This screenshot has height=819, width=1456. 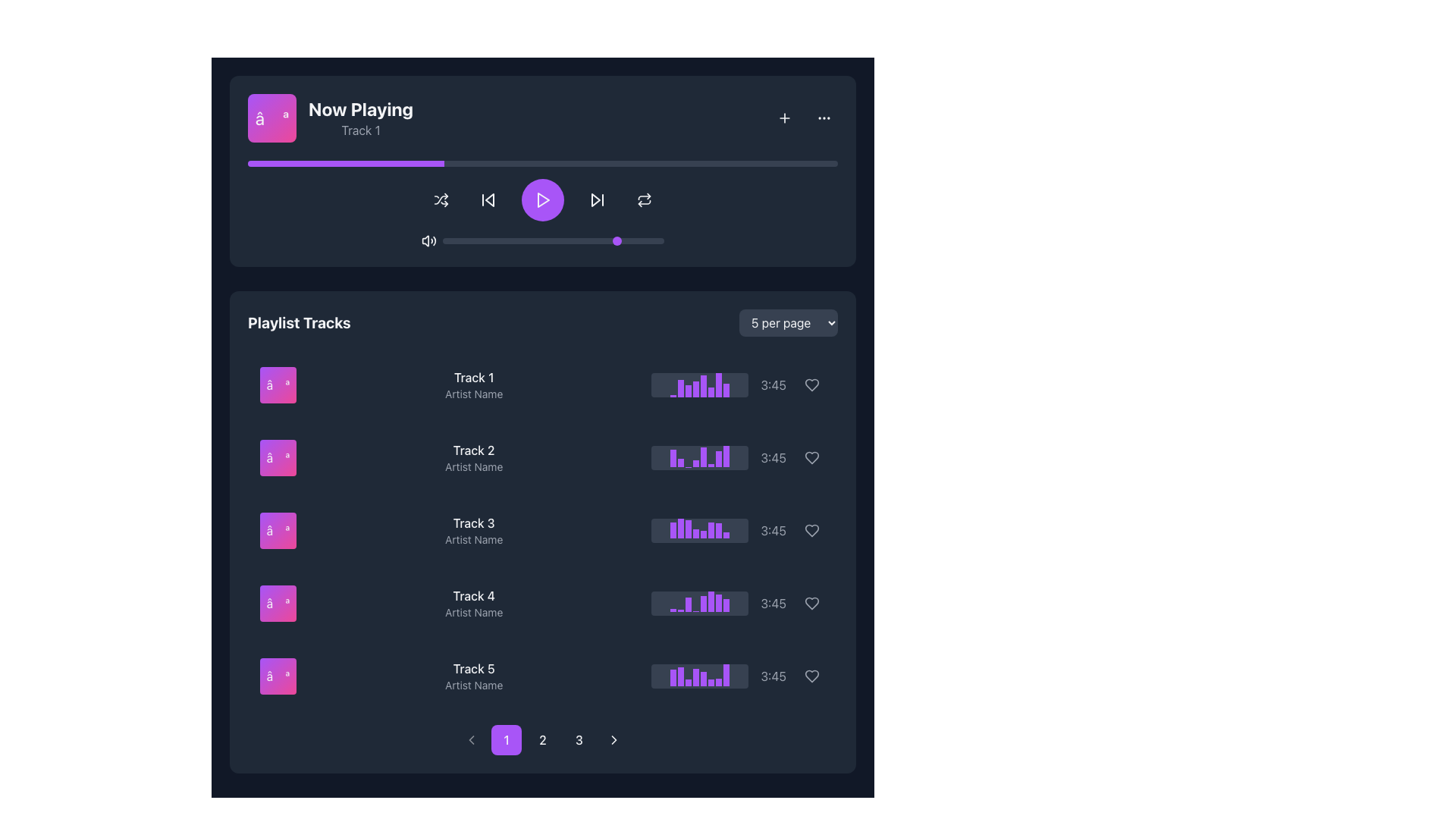 What do you see at coordinates (542, 205) in the screenshot?
I see `the prominent purple circular play button located at the center of the player control bar to play or pause media` at bounding box center [542, 205].